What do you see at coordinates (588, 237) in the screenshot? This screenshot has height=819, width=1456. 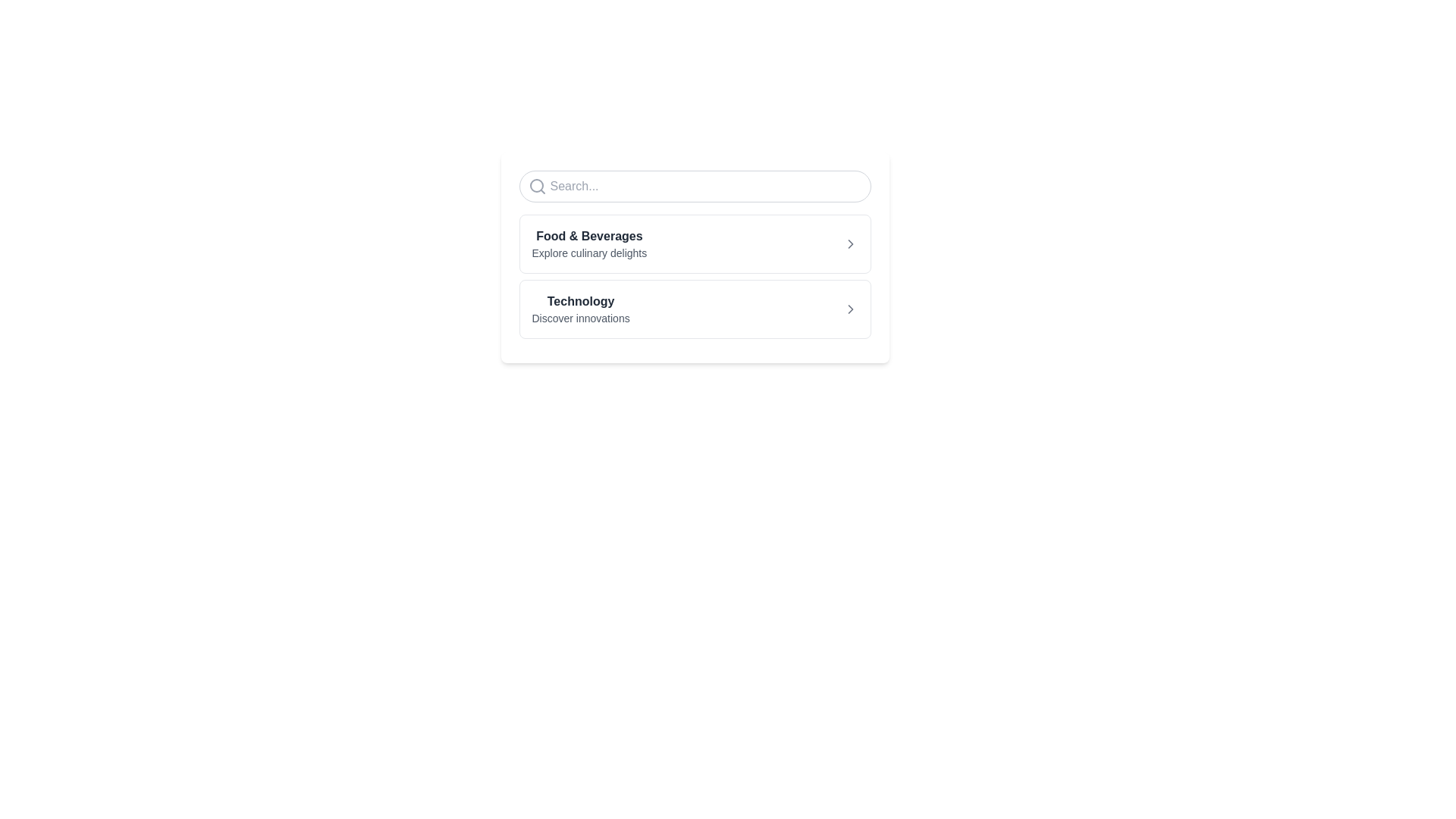 I see `the text label that serves as a category header for food and beverages, located just below the search bar in the central panel` at bounding box center [588, 237].